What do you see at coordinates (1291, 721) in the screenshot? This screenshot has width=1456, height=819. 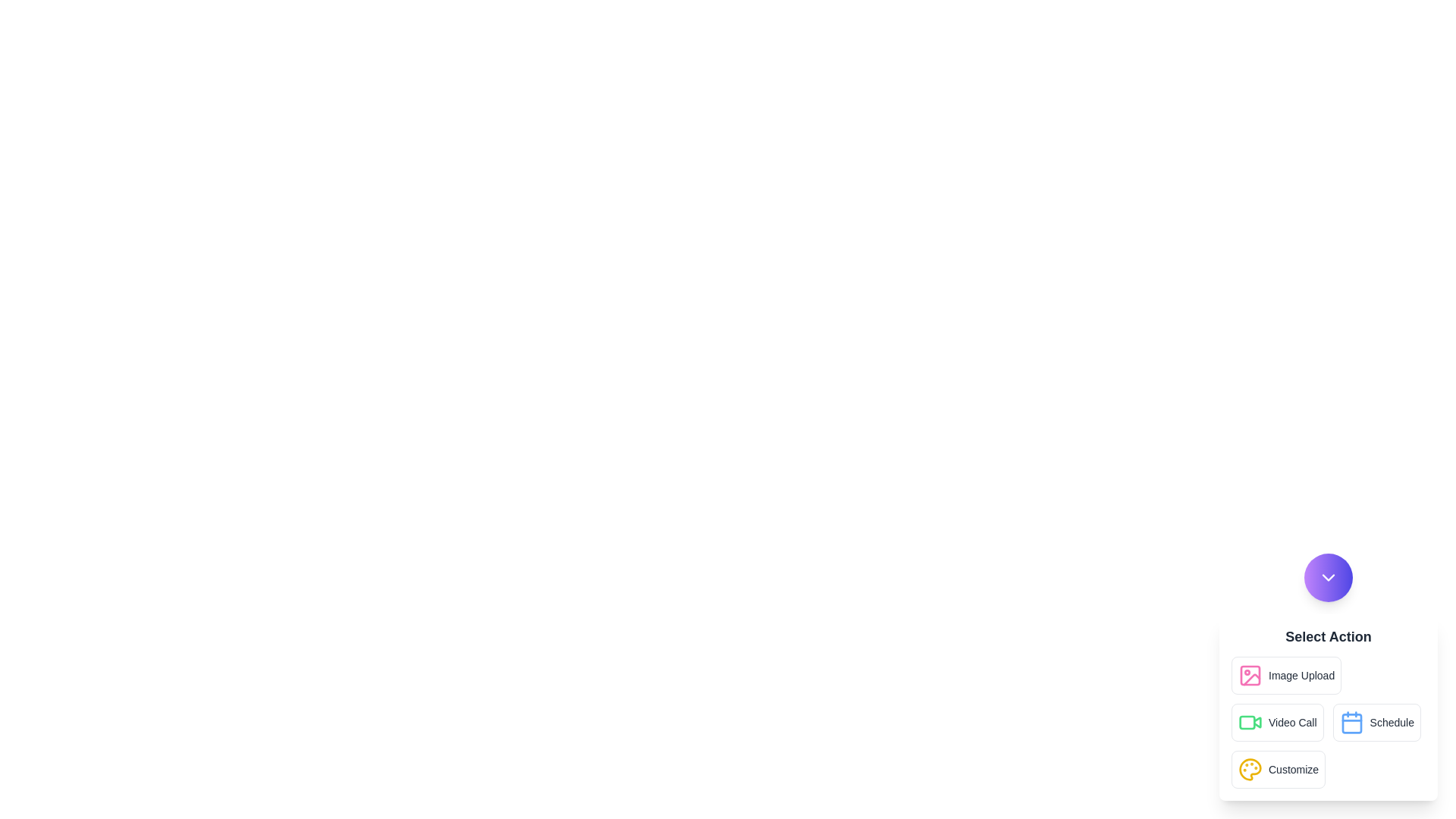 I see `the 'Video Call' text label, which is a small, bold dark gray label positioned to the right of a green video camera icon` at bounding box center [1291, 721].